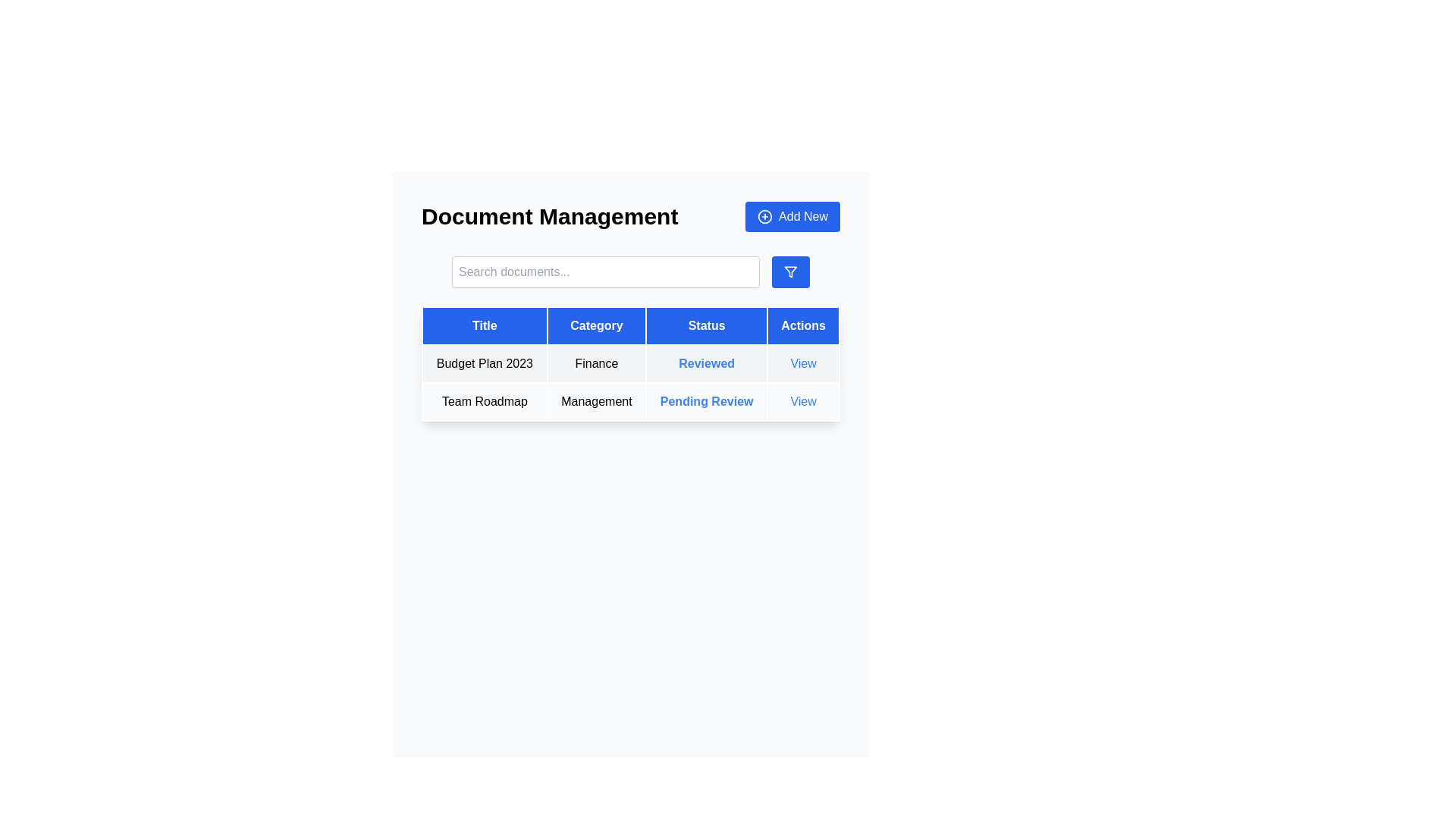  I want to click on the Text label that provides the category name for the 'Team Roadmap' row in the table, which is centrally aligned beneath the 'Category' column header, so click(596, 400).